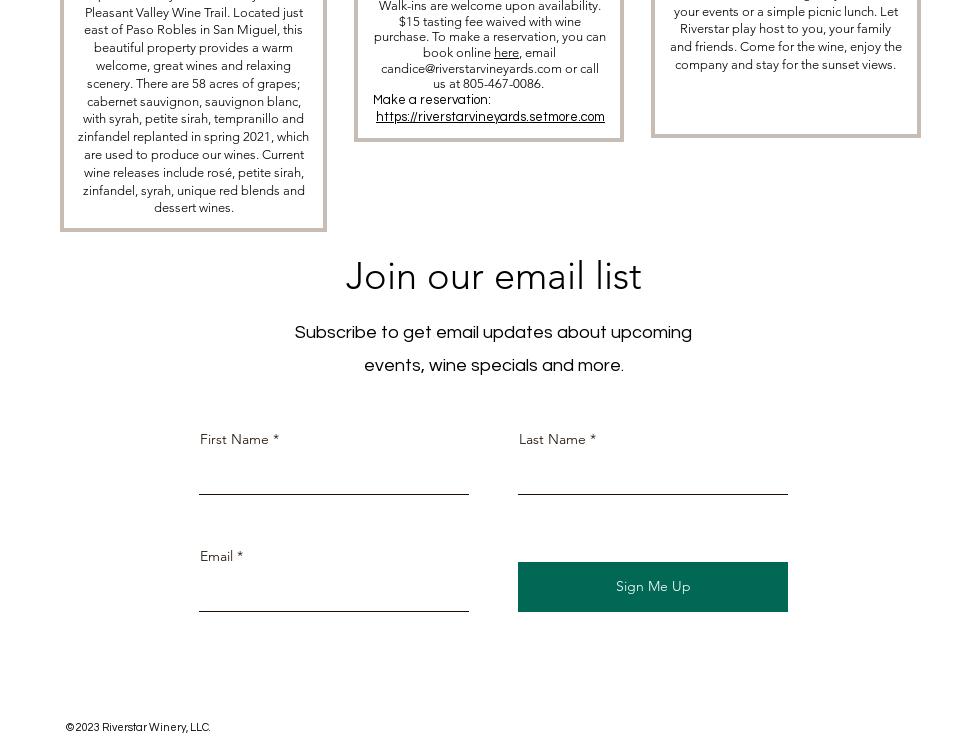 The image size is (980, 736). What do you see at coordinates (138, 726) in the screenshot?
I see `'© 2023 Riverstar Winery, LLC.'` at bounding box center [138, 726].